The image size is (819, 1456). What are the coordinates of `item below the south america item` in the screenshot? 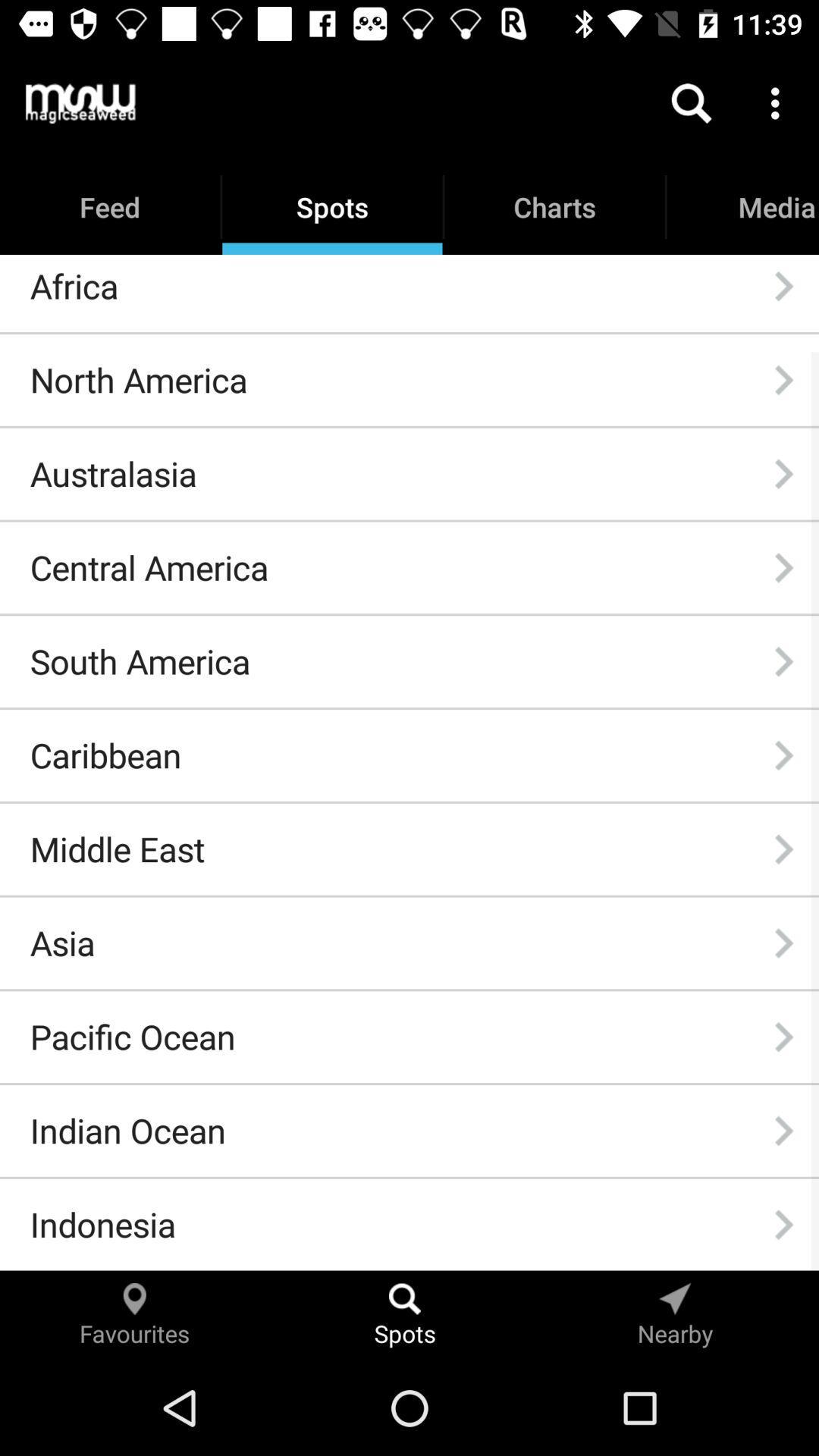 It's located at (105, 755).